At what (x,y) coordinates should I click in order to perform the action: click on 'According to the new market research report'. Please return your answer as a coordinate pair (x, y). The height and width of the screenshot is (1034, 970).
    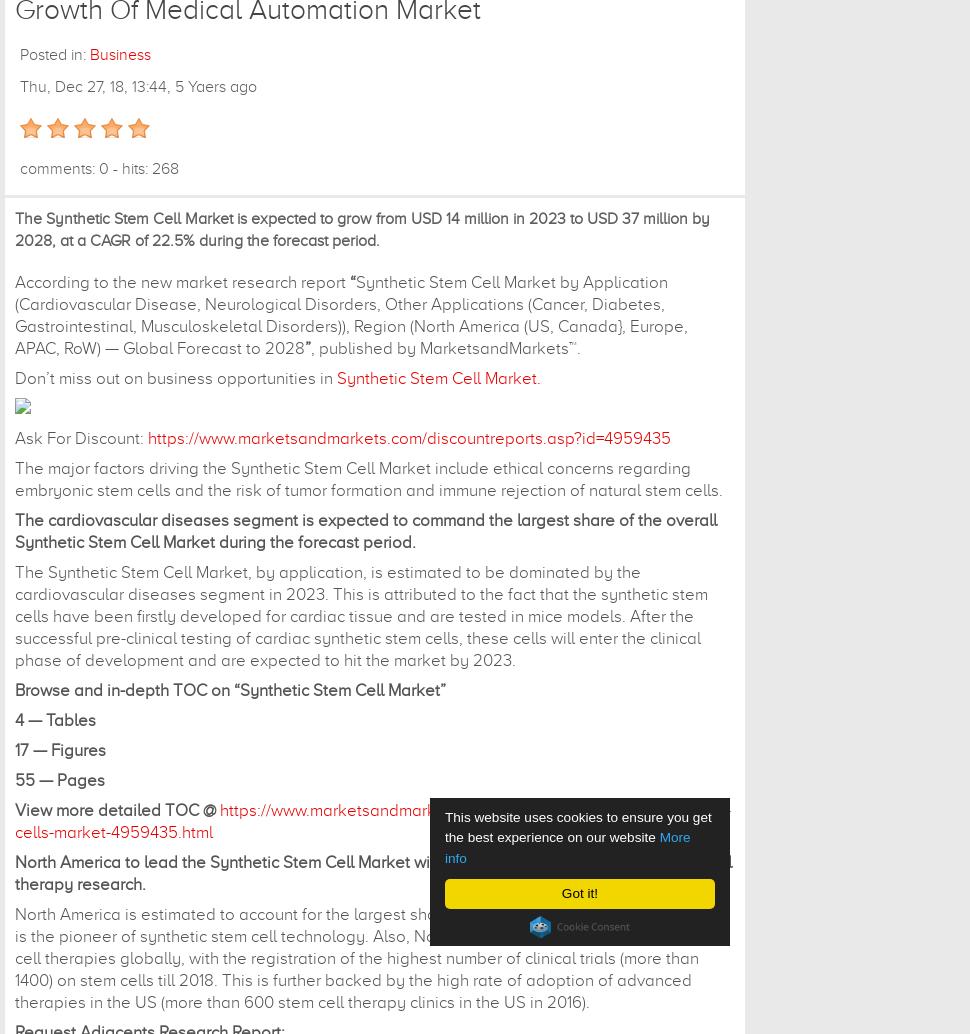
    Looking at the image, I should click on (181, 281).